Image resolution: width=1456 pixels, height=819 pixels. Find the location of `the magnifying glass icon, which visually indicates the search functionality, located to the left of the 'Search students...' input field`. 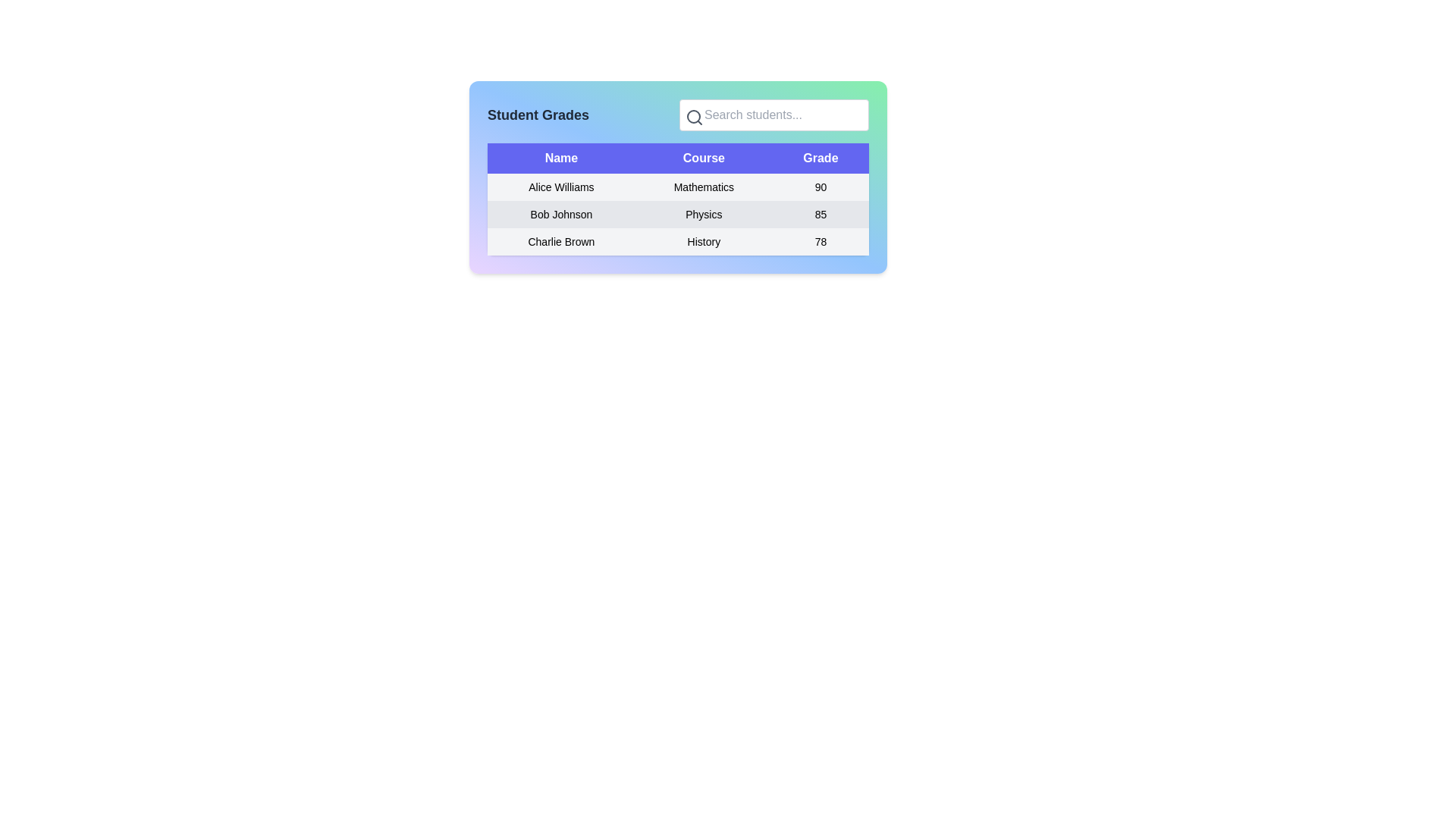

the magnifying glass icon, which visually indicates the search functionality, located to the left of the 'Search students...' input field is located at coordinates (694, 116).